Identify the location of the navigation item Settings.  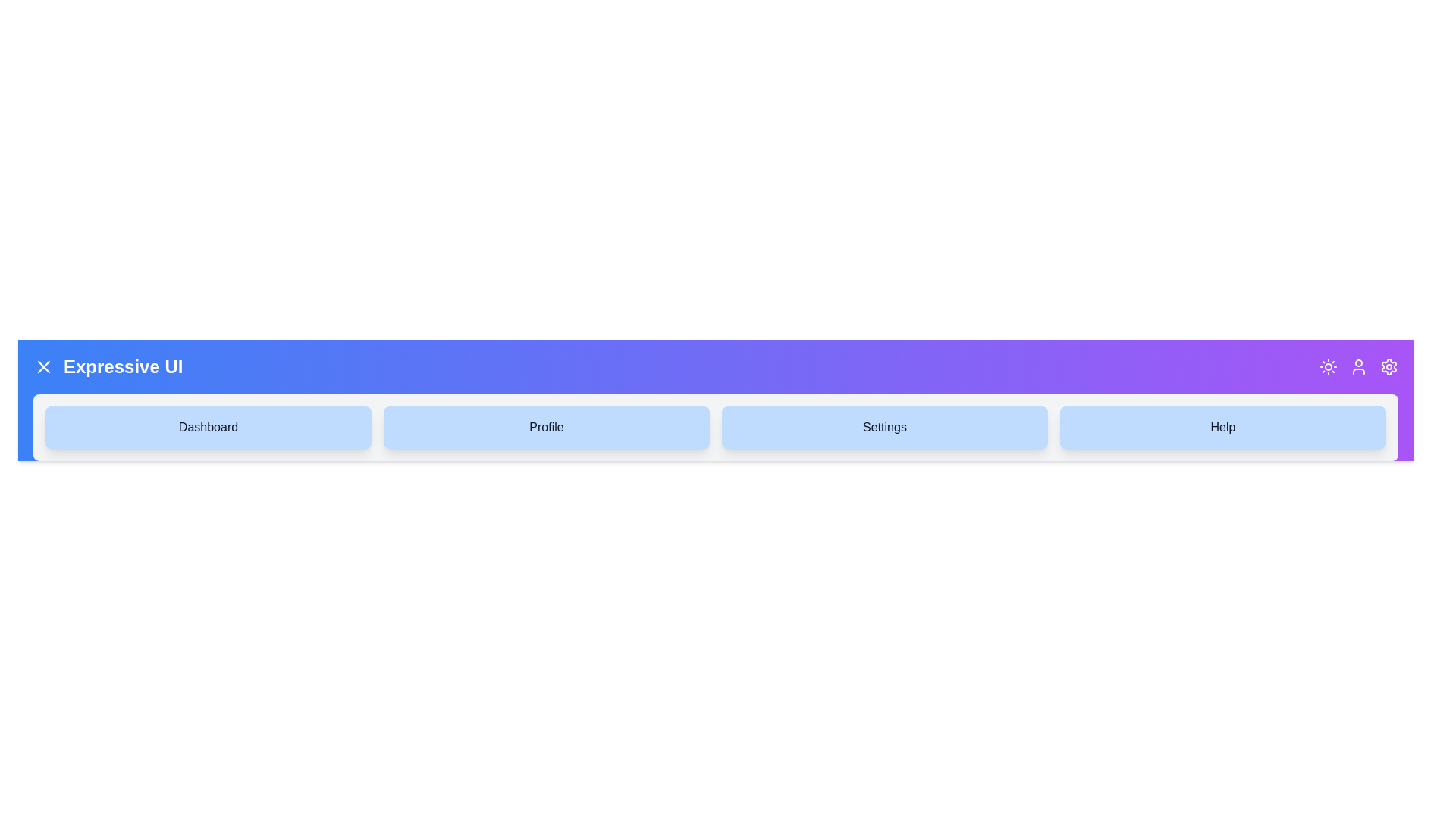
(884, 427).